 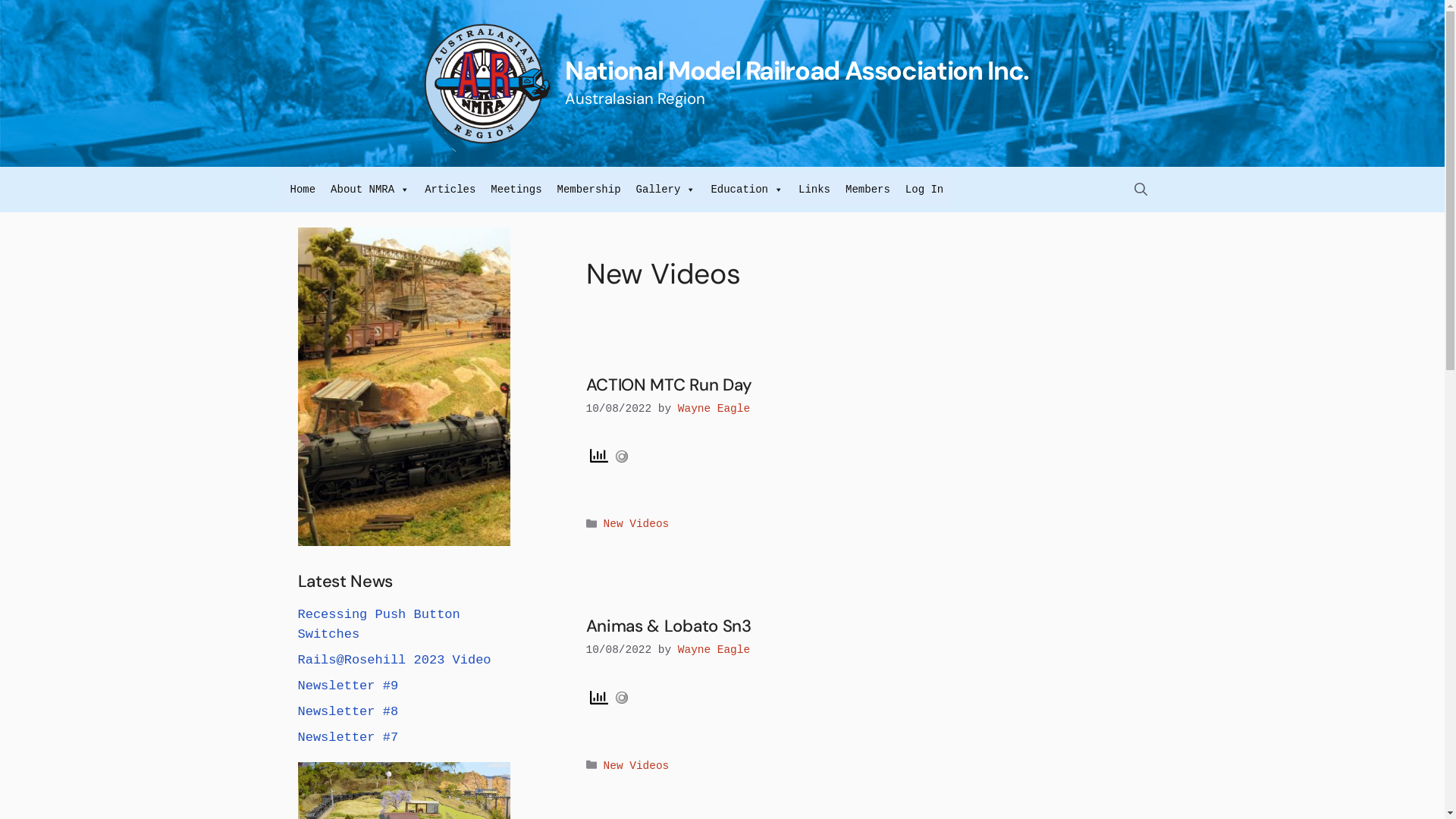 I want to click on 'Animas & Lobato Sn3', so click(x=667, y=626).